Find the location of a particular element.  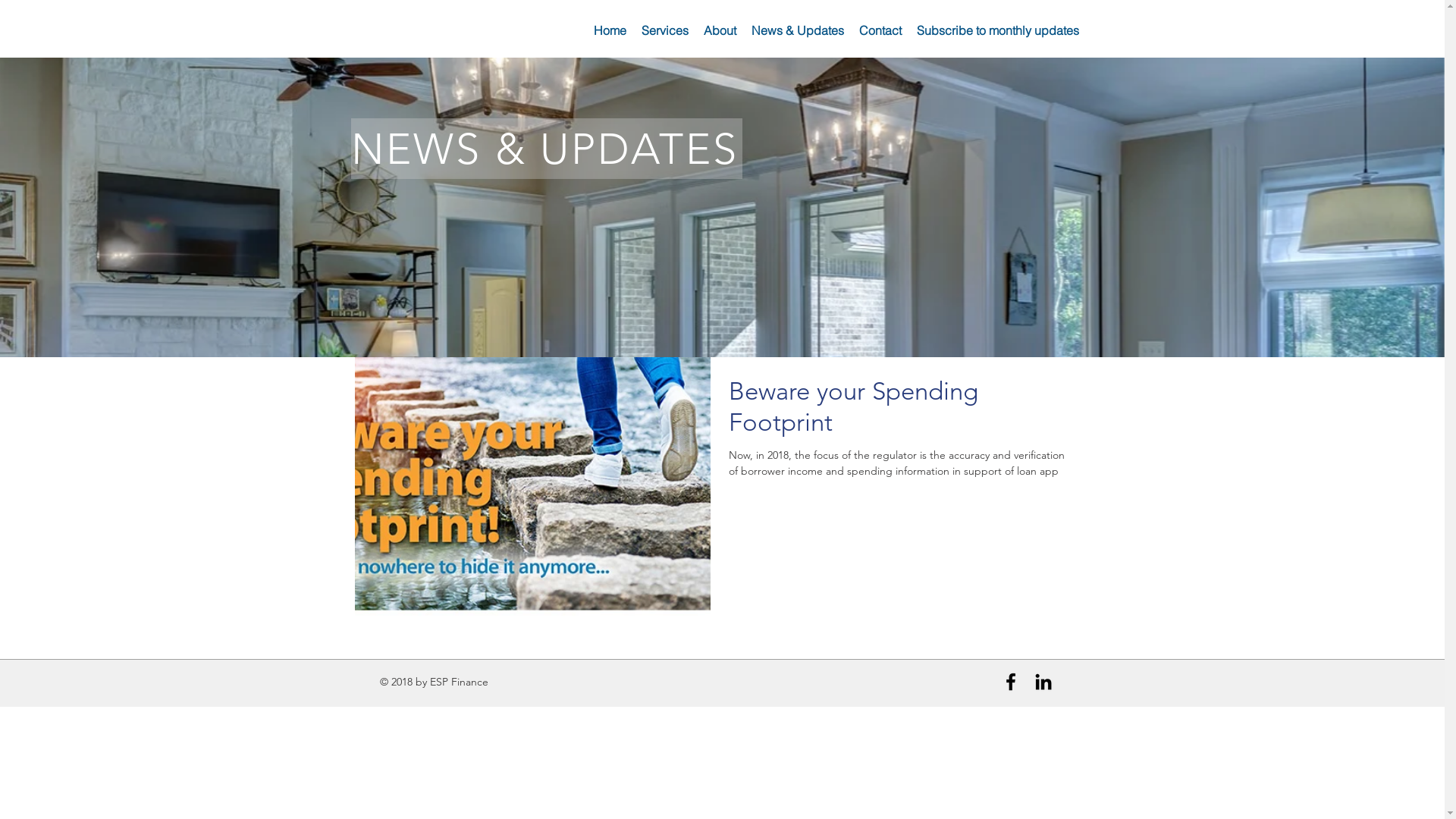

'Subscribe to monthly updates' is located at coordinates (997, 30).